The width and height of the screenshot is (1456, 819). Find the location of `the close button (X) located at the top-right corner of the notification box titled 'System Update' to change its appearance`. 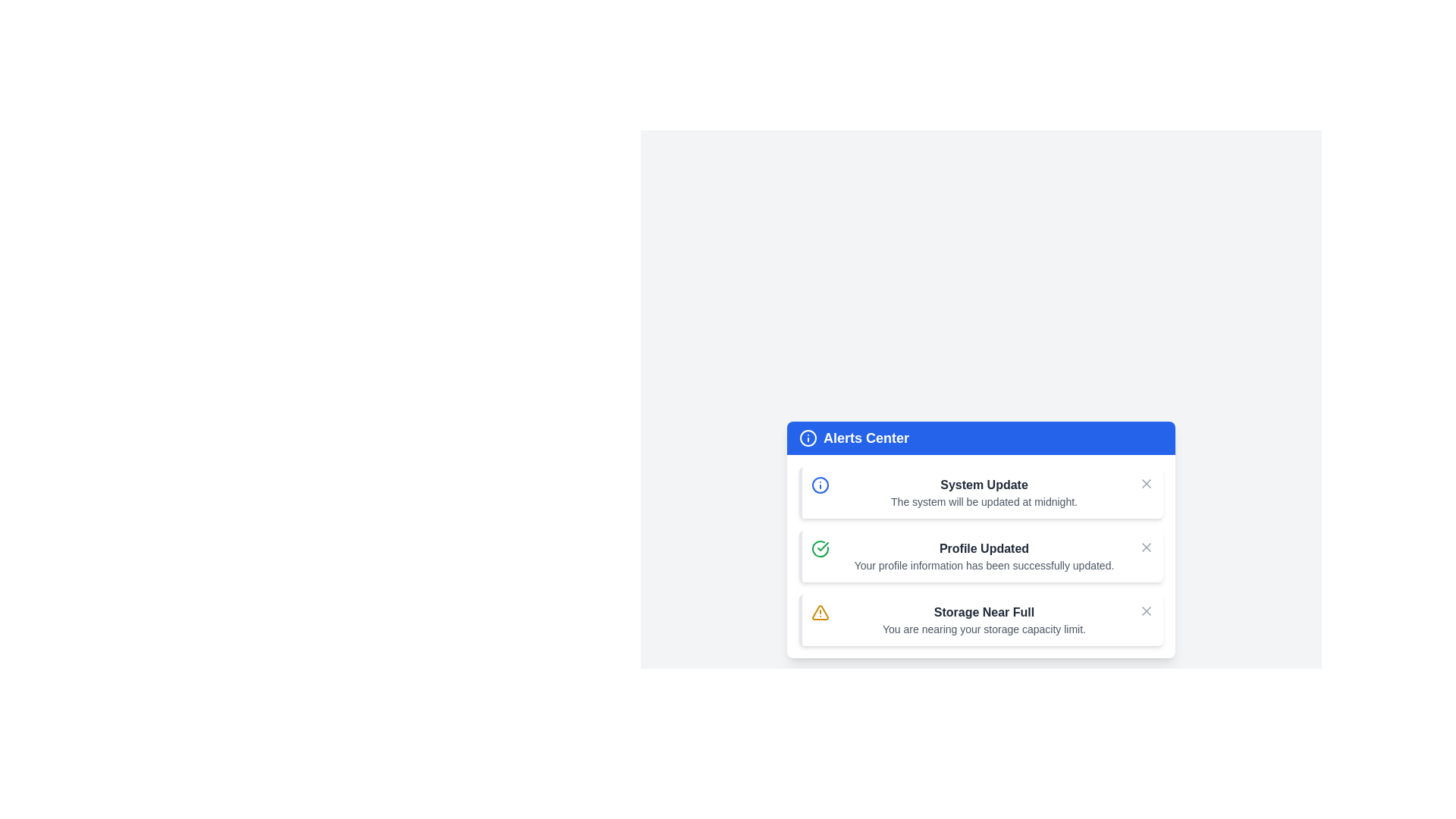

the close button (X) located at the top-right corner of the notification box titled 'System Update' to change its appearance is located at coordinates (1147, 483).